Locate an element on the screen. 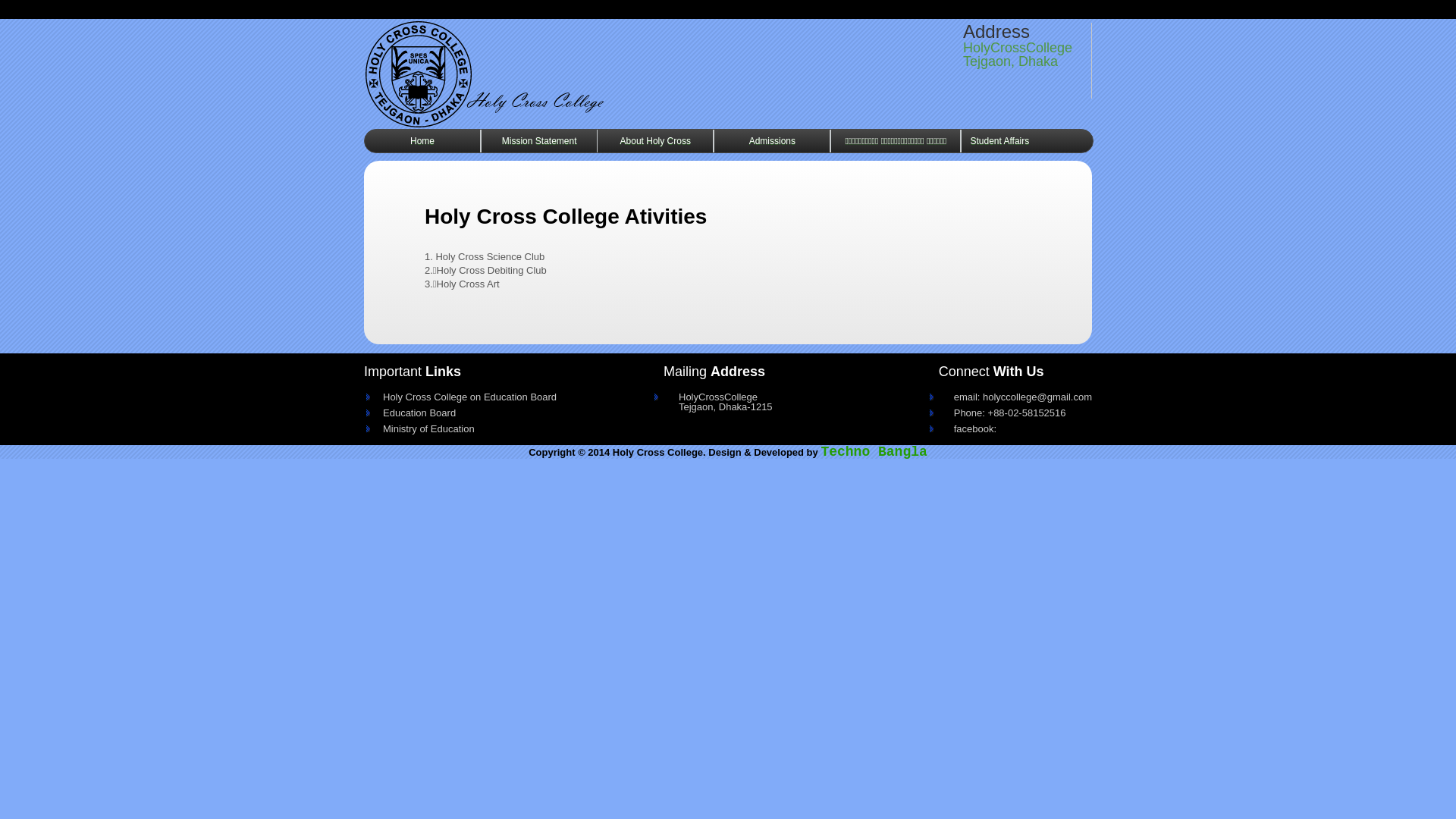 This screenshot has height=819, width=1456. 'HolyCrossCollege' is located at coordinates (546, 73).